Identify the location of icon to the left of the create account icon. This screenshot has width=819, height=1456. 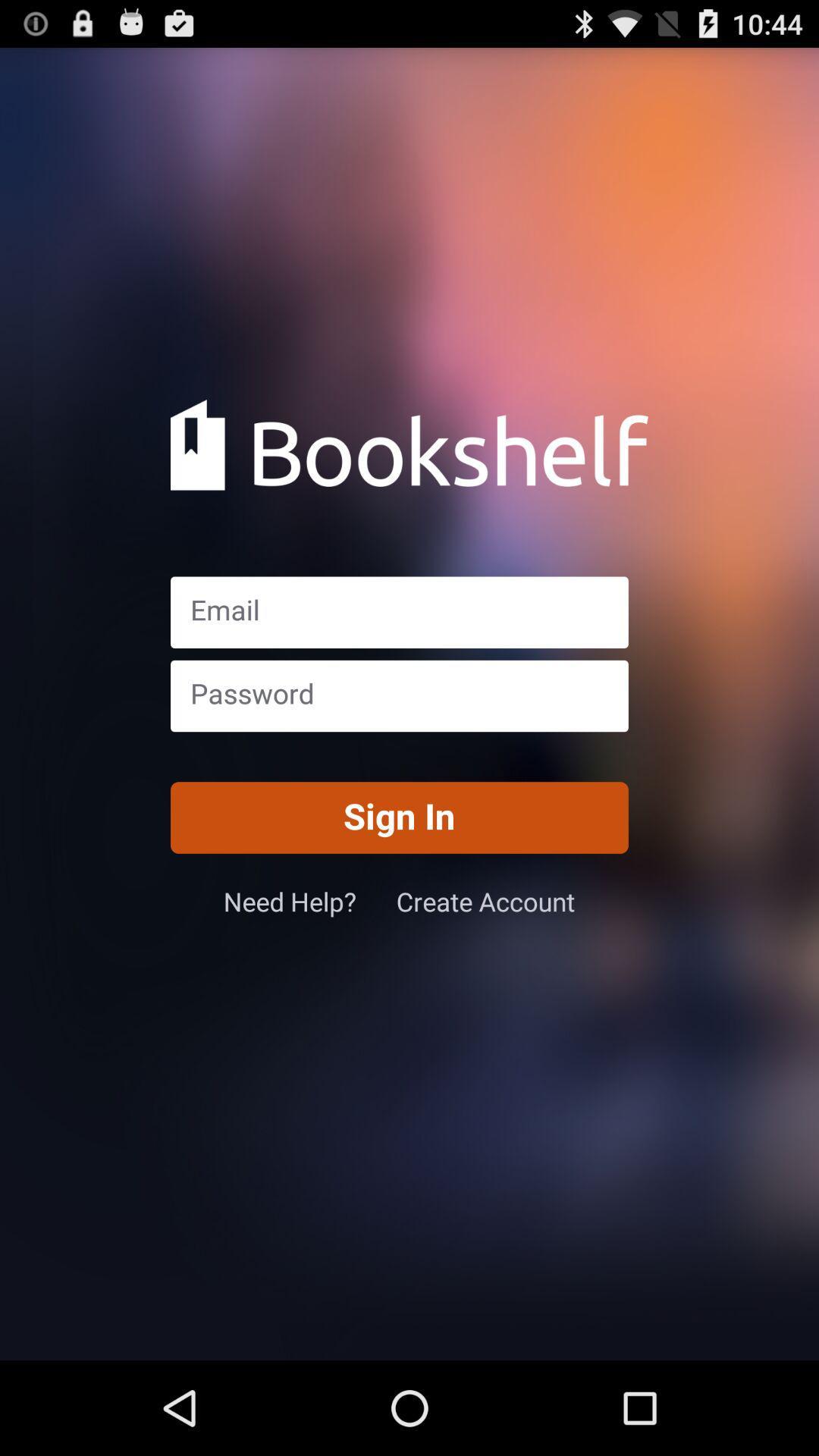
(309, 901).